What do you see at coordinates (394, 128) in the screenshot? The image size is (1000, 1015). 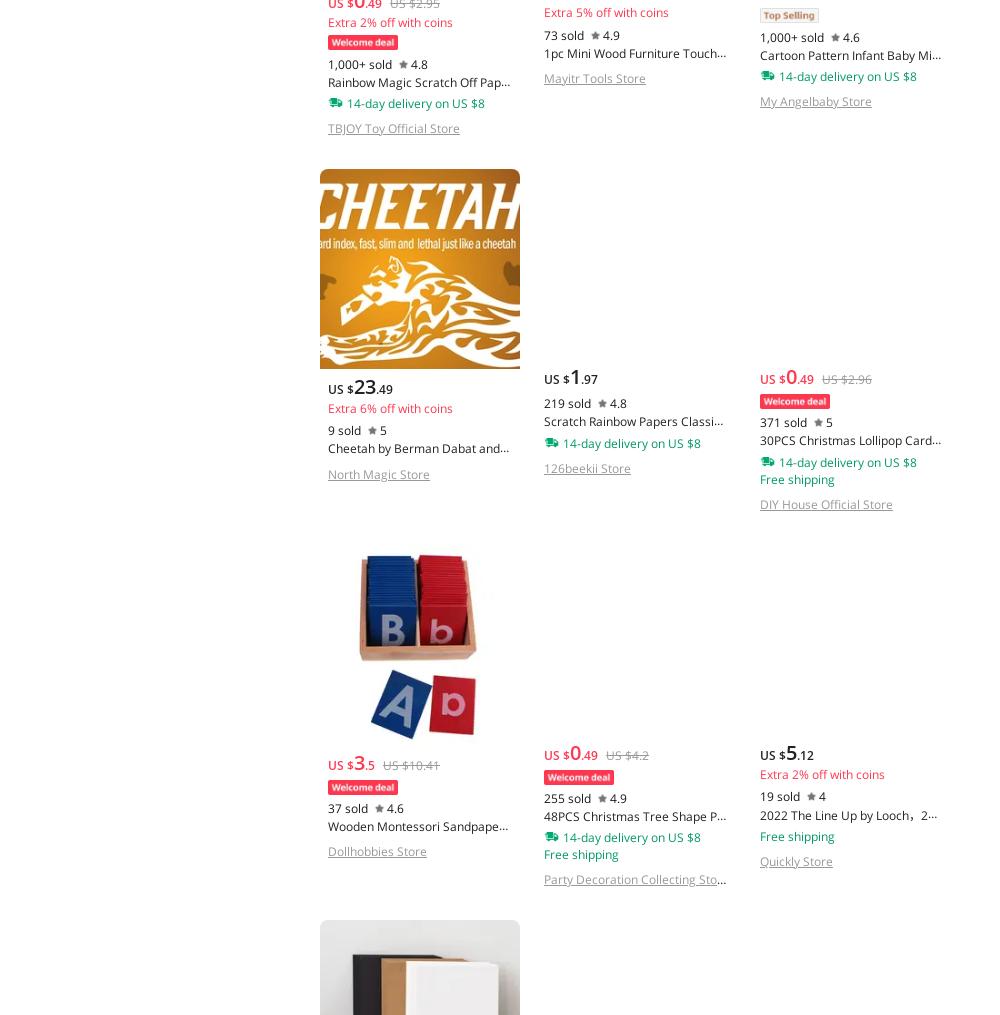 I see `'TBJOY Toy Official Store'` at bounding box center [394, 128].